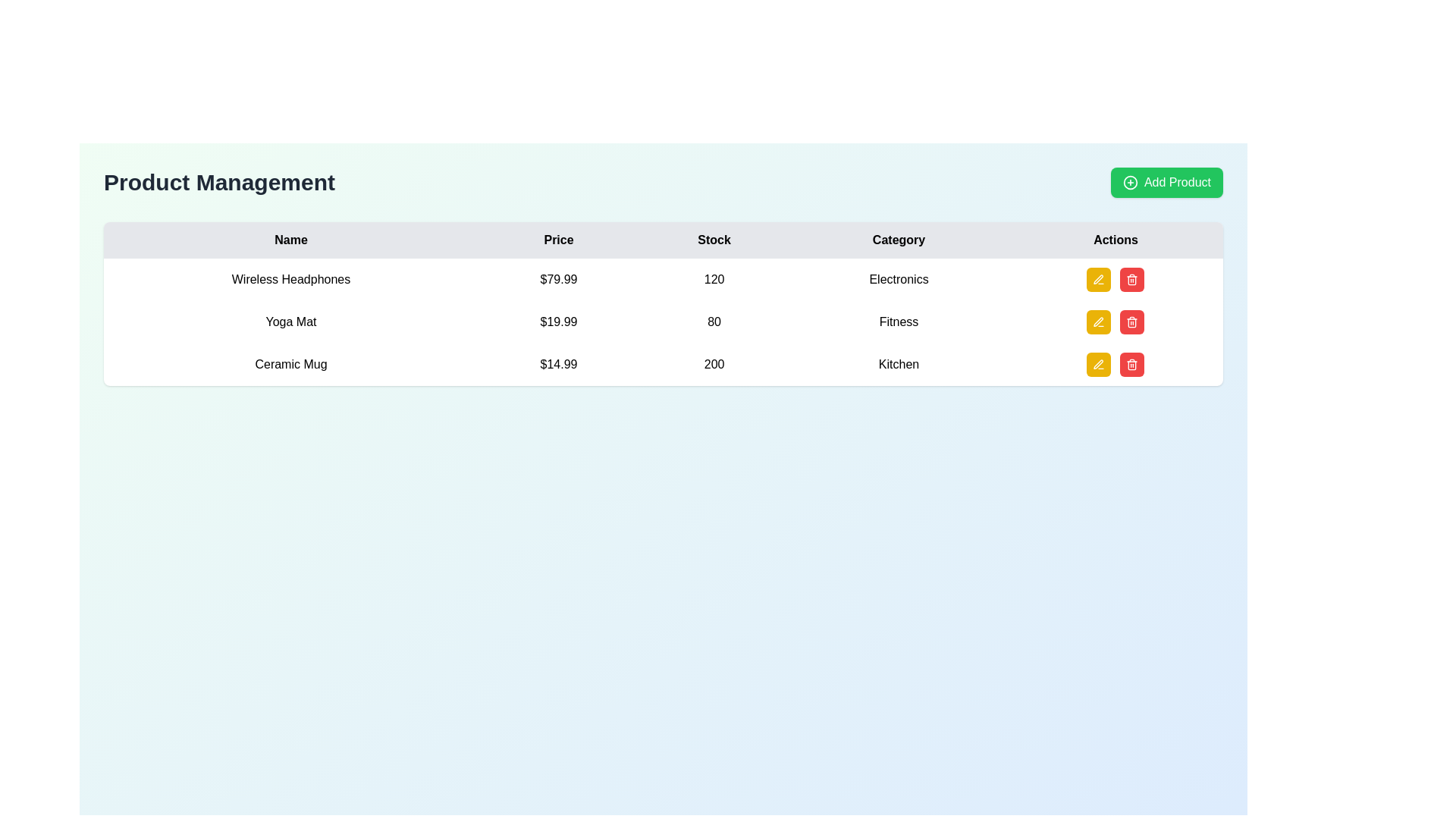 Image resolution: width=1456 pixels, height=819 pixels. I want to click on the trash can icon button in the 'Actions' column for the 'Ceramic Mug' row, so click(1132, 365).